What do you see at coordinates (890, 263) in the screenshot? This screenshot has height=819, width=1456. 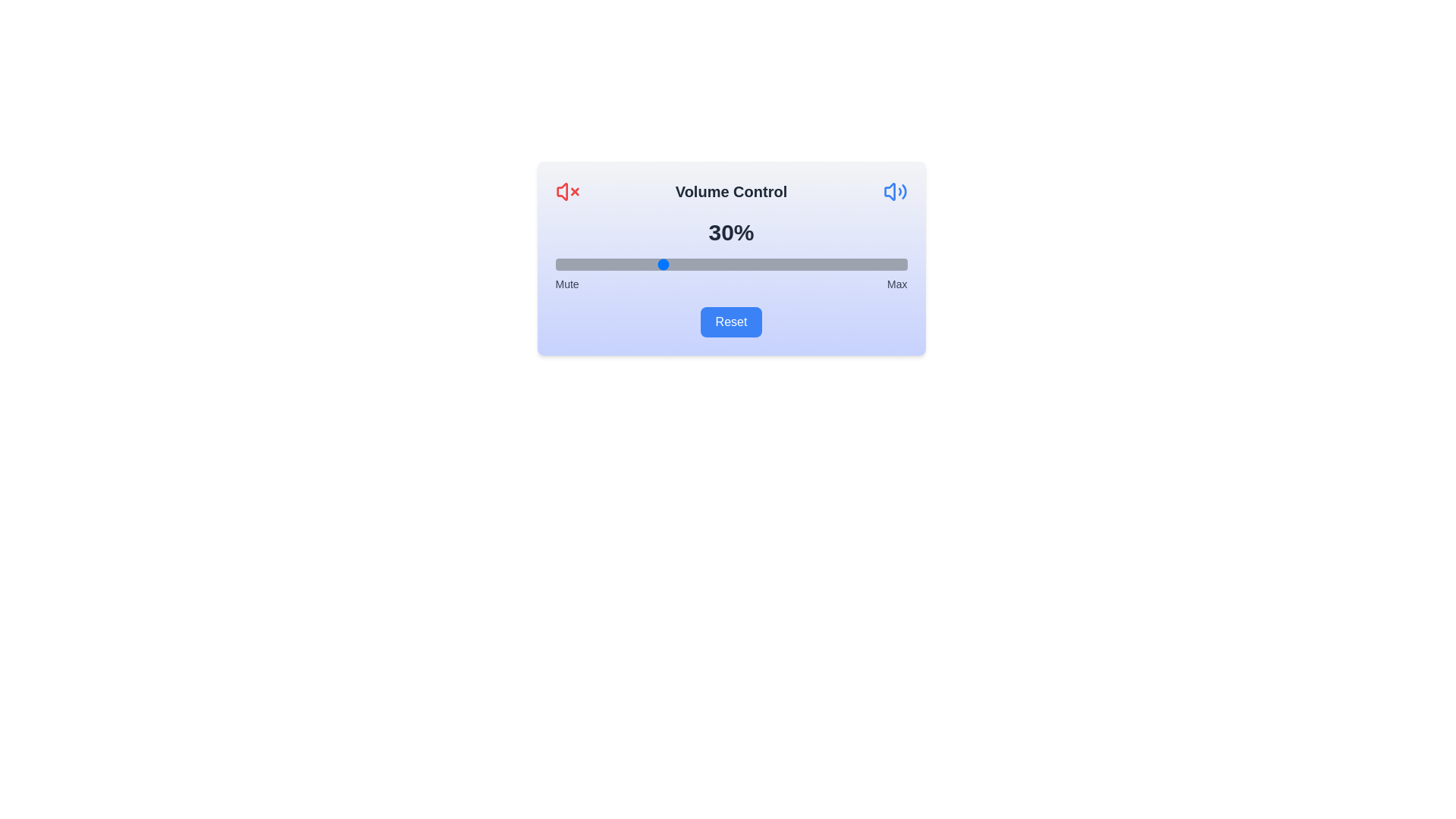 I see `the volume slider to a specific percentage, 95` at bounding box center [890, 263].